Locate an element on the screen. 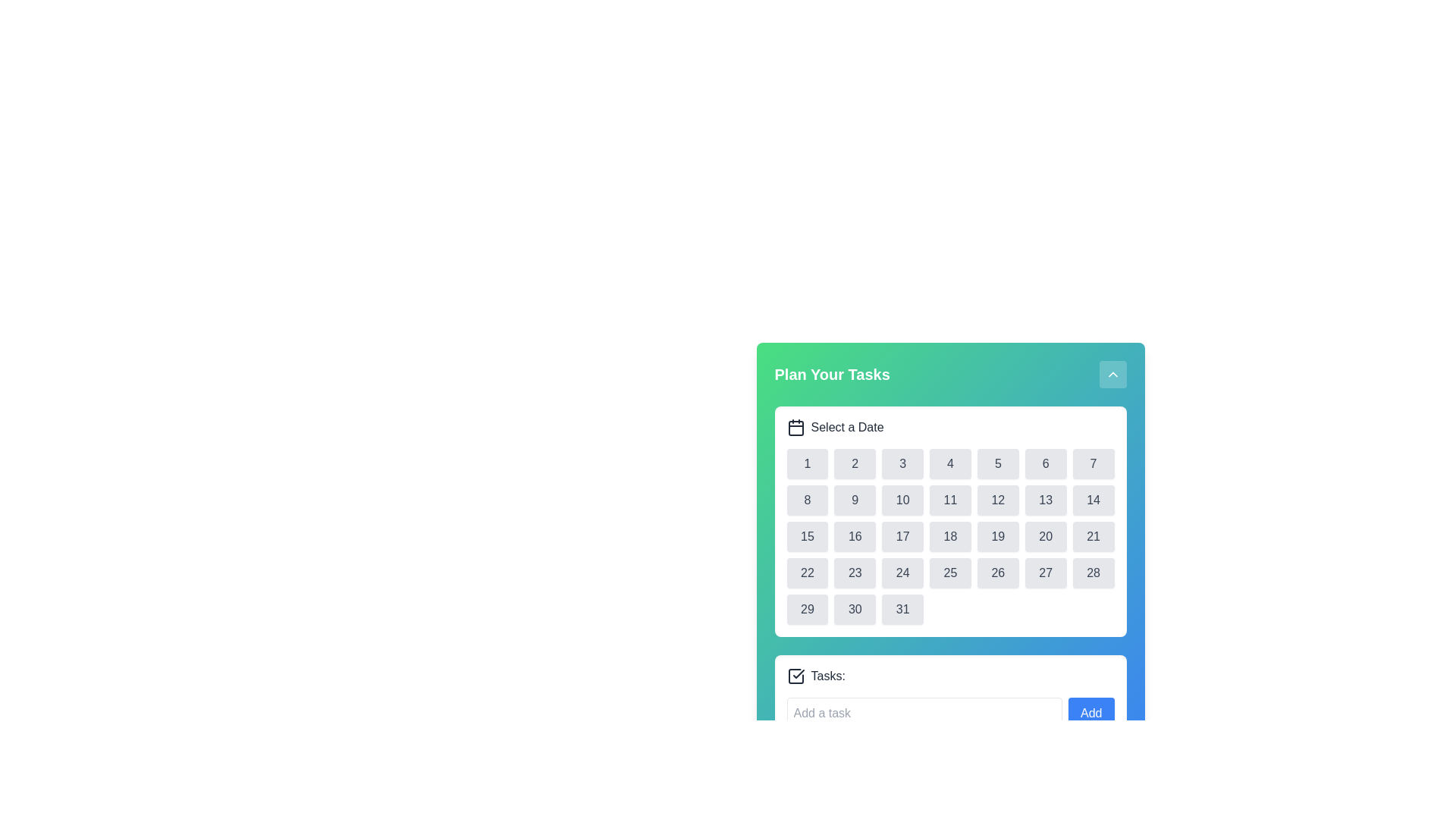 The height and width of the screenshot is (819, 1456). the calendar day button located in the fourth column of the first row below the 'Select a Date' header is located at coordinates (949, 463).